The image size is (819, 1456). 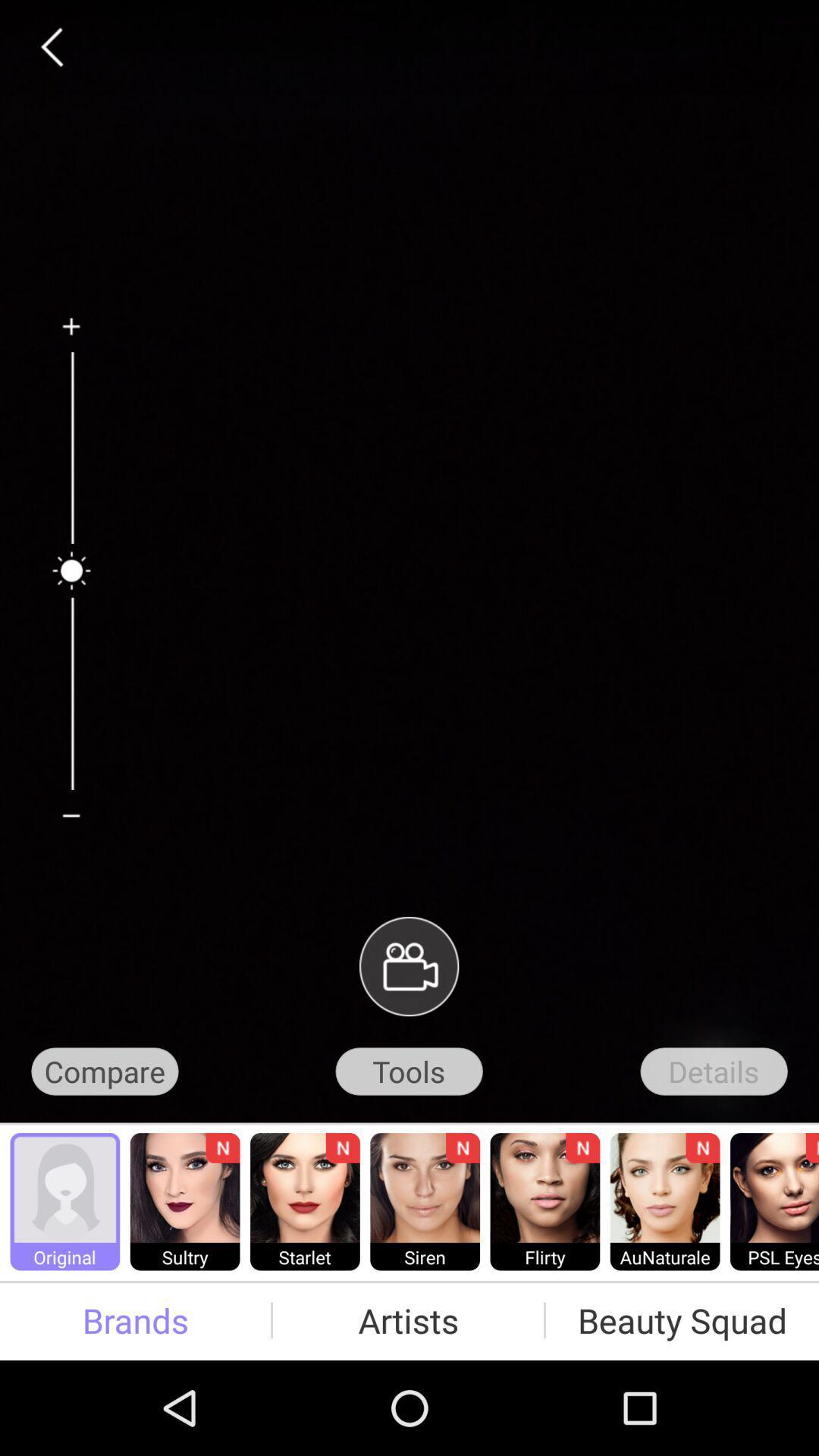 What do you see at coordinates (408, 1034) in the screenshot?
I see `the videocam icon` at bounding box center [408, 1034].